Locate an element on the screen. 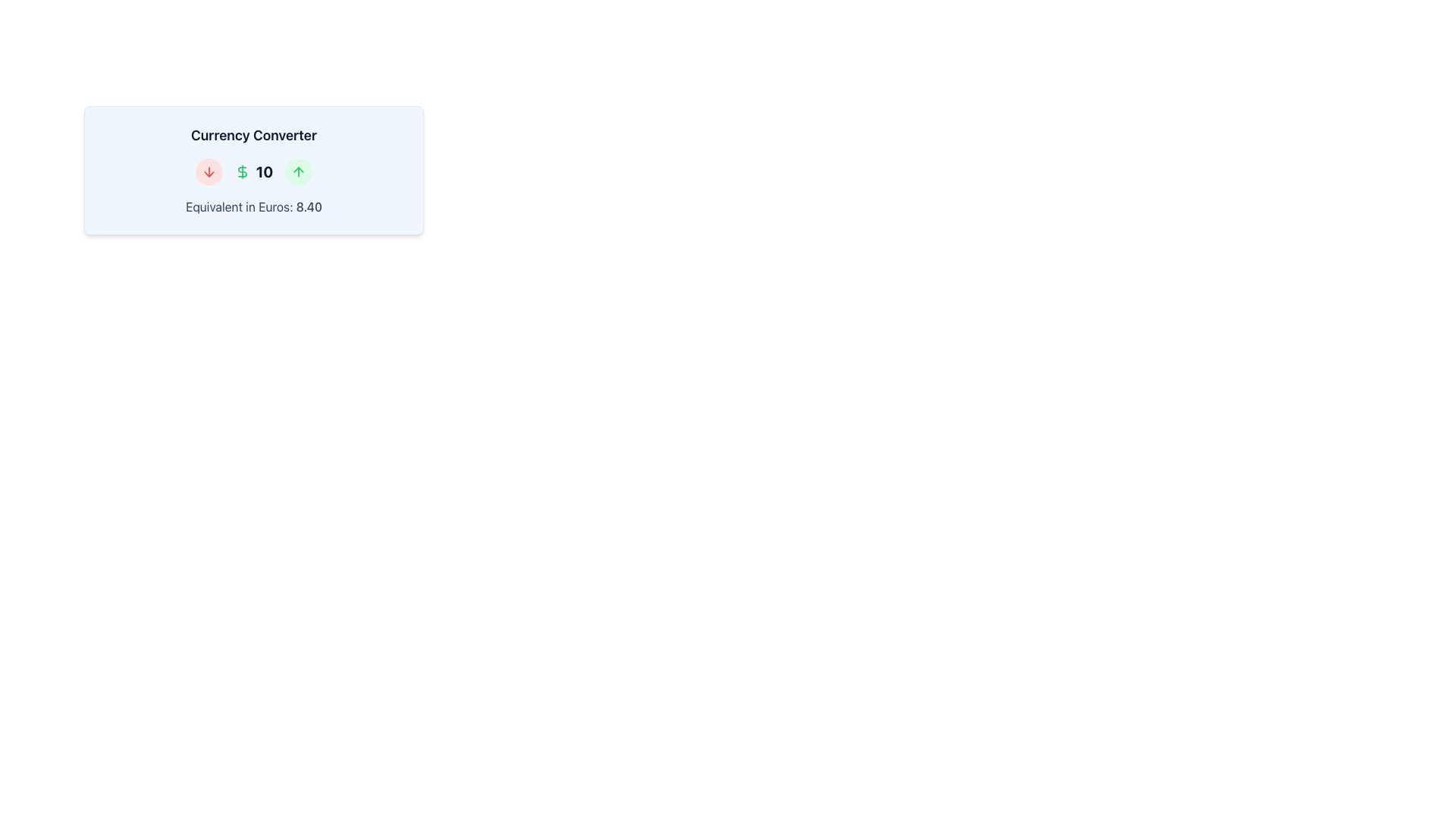 This screenshot has height=819, width=1456. the increment button, which is the rightmost button next to the bold numeric text '10' is located at coordinates (299, 171).